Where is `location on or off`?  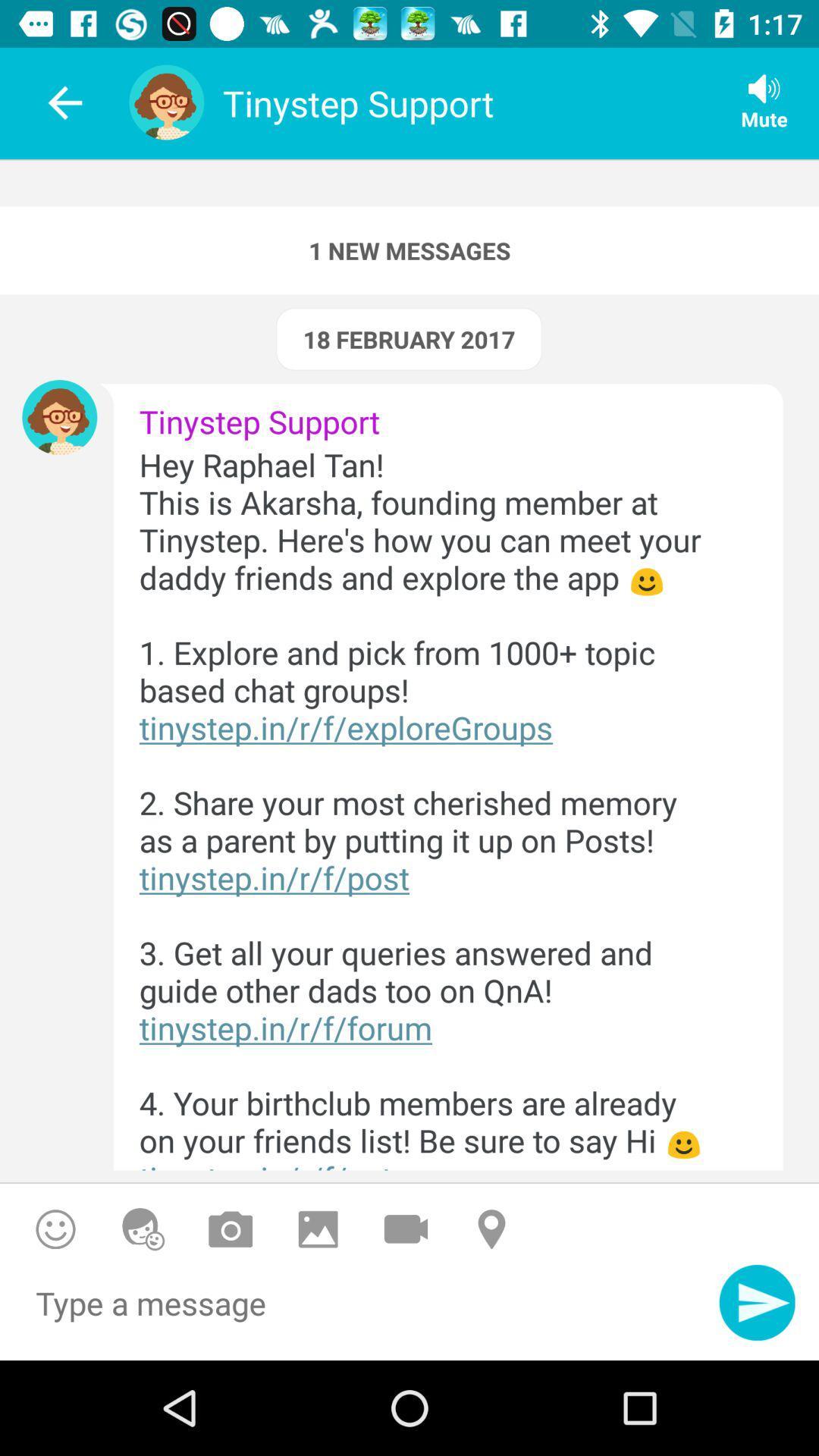 location on or off is located at coordinates (494, 1229).